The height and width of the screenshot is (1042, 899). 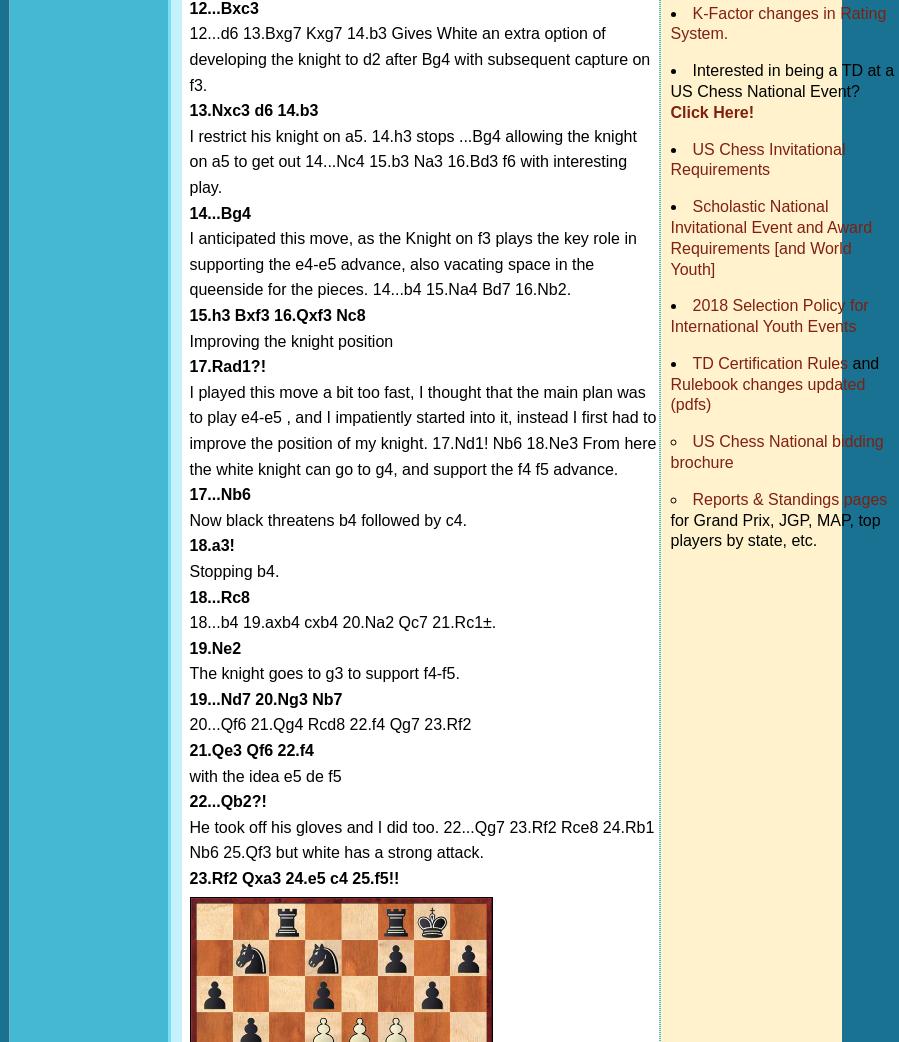 I want to click on '2018 Selection Policy for International Youth Events', so click(x=769, y=316).